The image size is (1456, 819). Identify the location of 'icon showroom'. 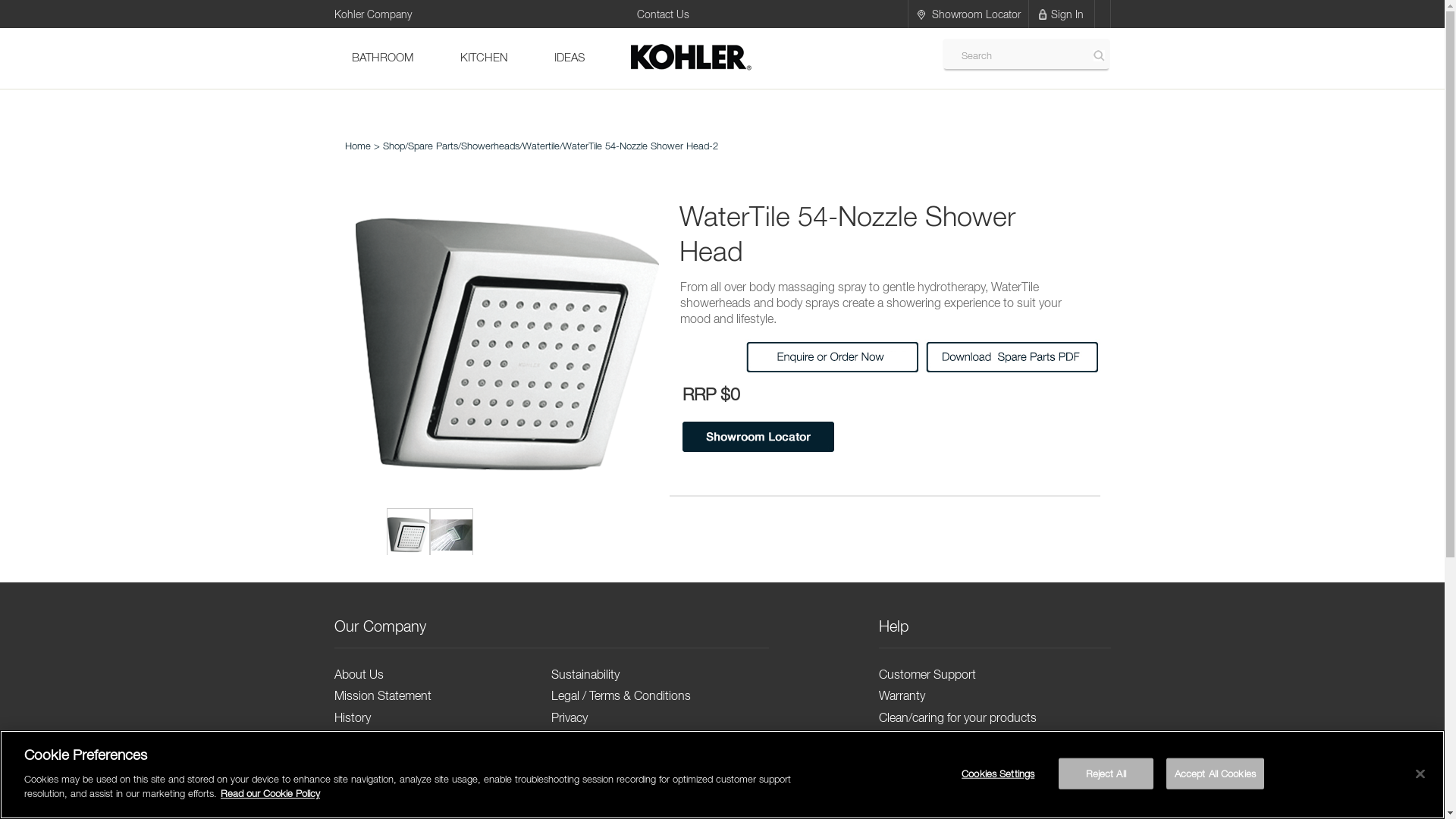
(920, 14).